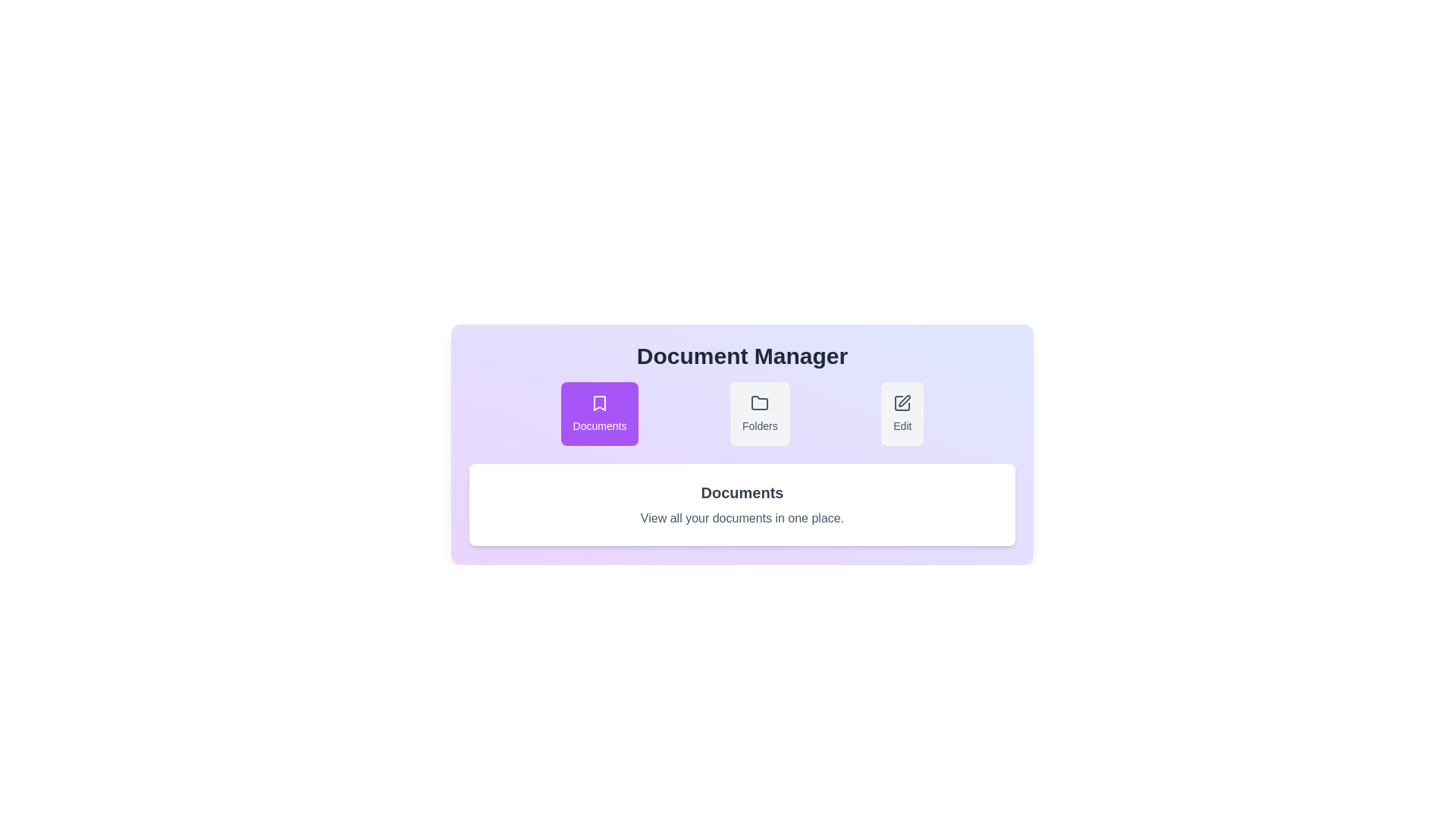  Describe the element at coordinates (742, 414) in the screenshot. I see `the middle navigation card labeled 'Folders' in the Document Manager section` at that location.